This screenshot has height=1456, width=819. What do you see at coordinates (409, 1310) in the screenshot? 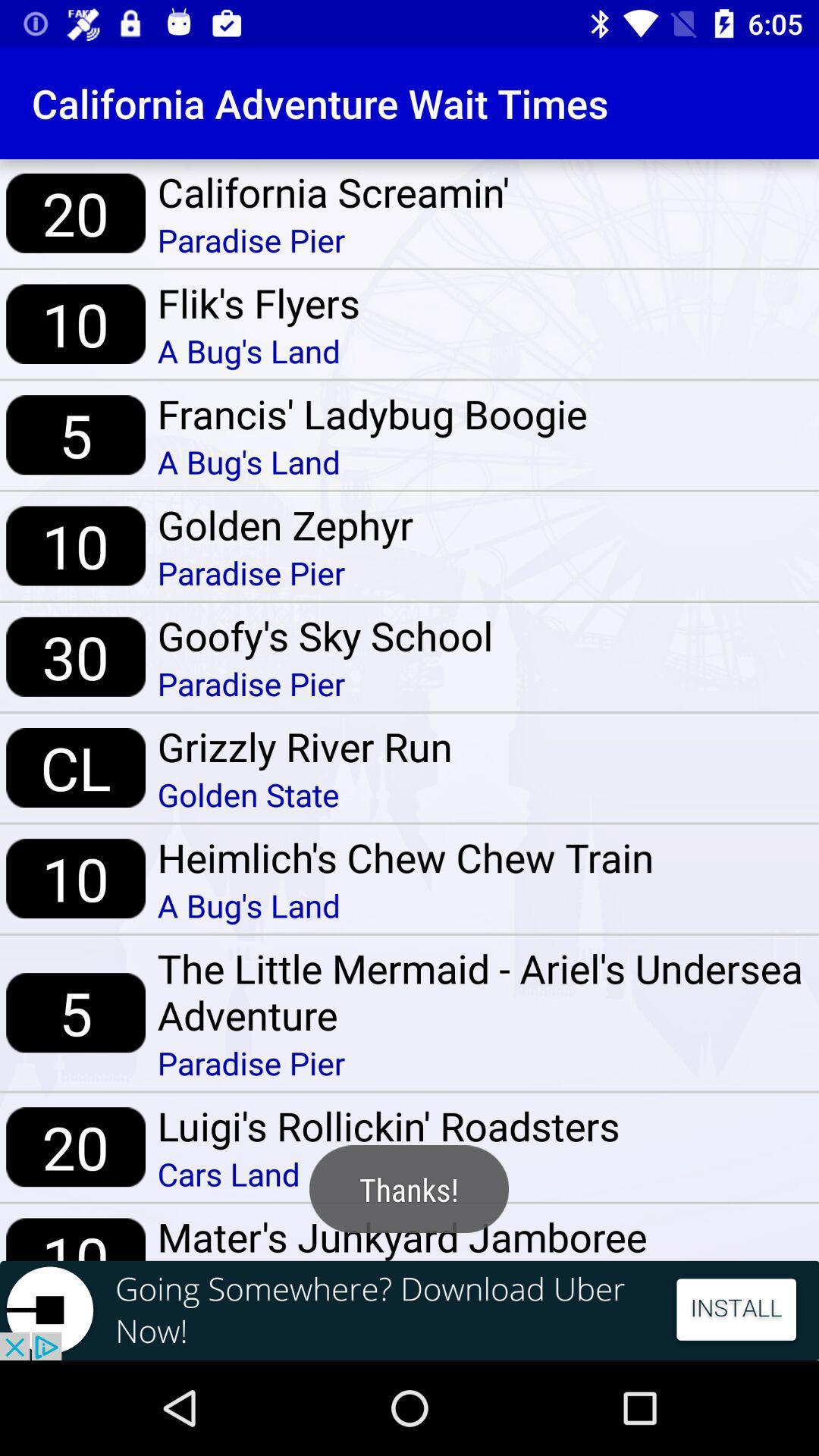
I see `the icon below the 10` at bounding box center [409, 1310].